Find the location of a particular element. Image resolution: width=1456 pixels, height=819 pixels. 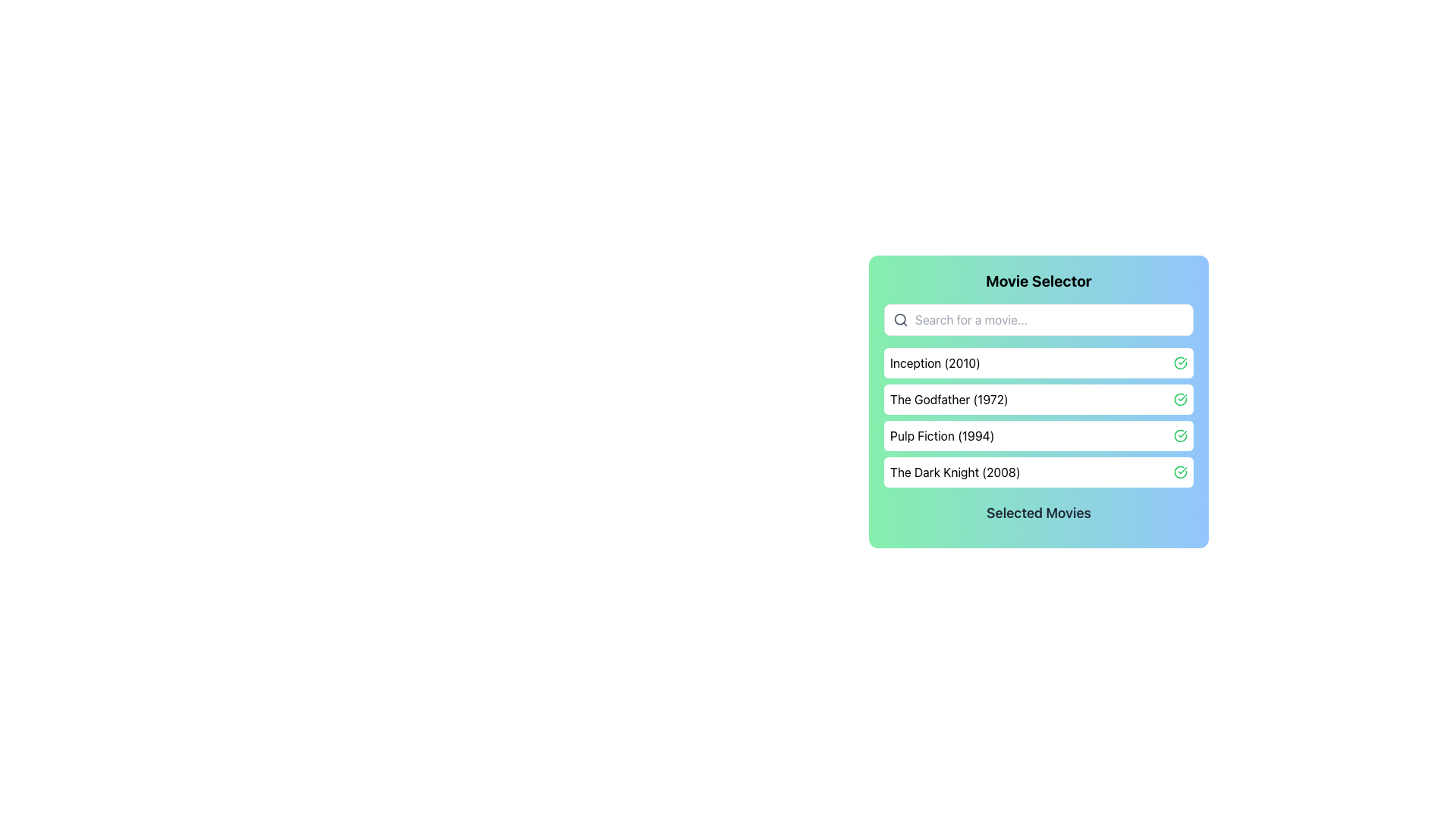

the selectable movie entry 'Pulp Fiction (1994)' in the interactive list within the 'Movie Selector' widget is located at coordinates (1037, 435).